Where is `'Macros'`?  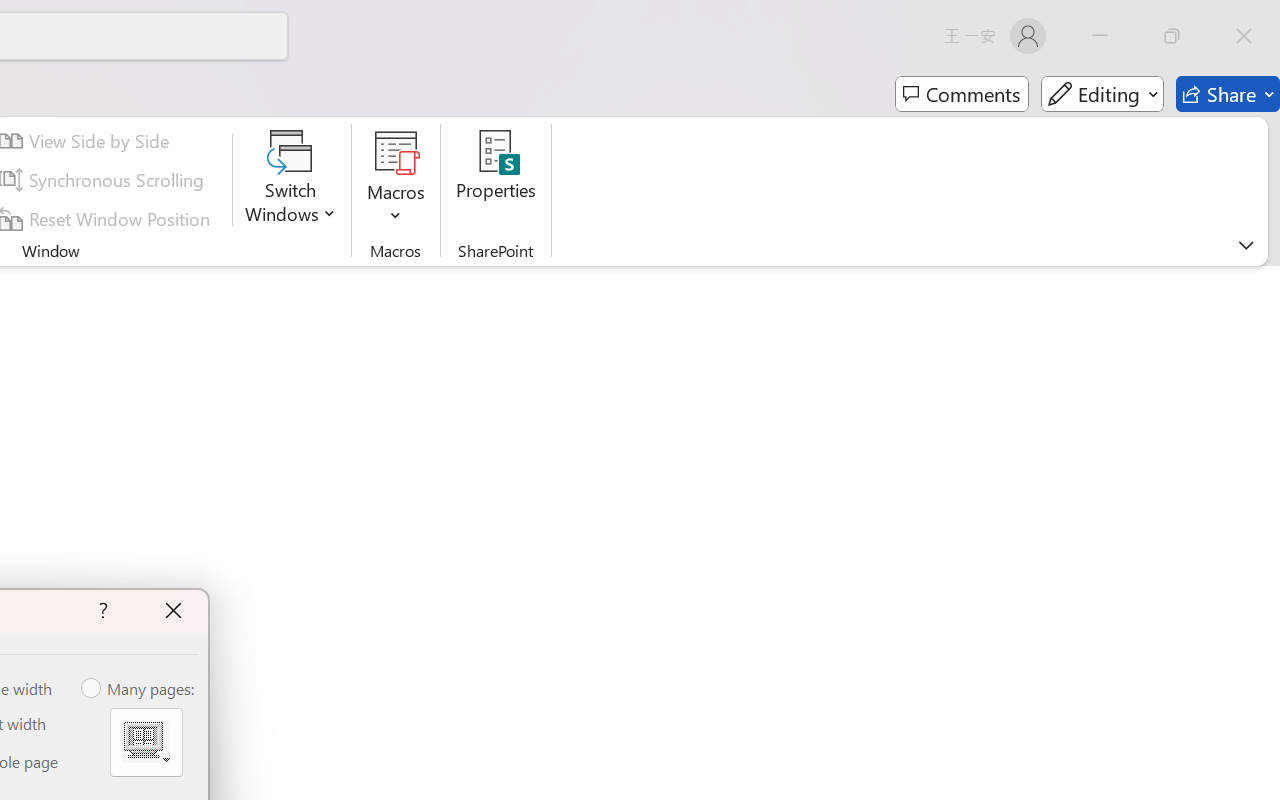
'Macros' is located at coordinates (396, 179).